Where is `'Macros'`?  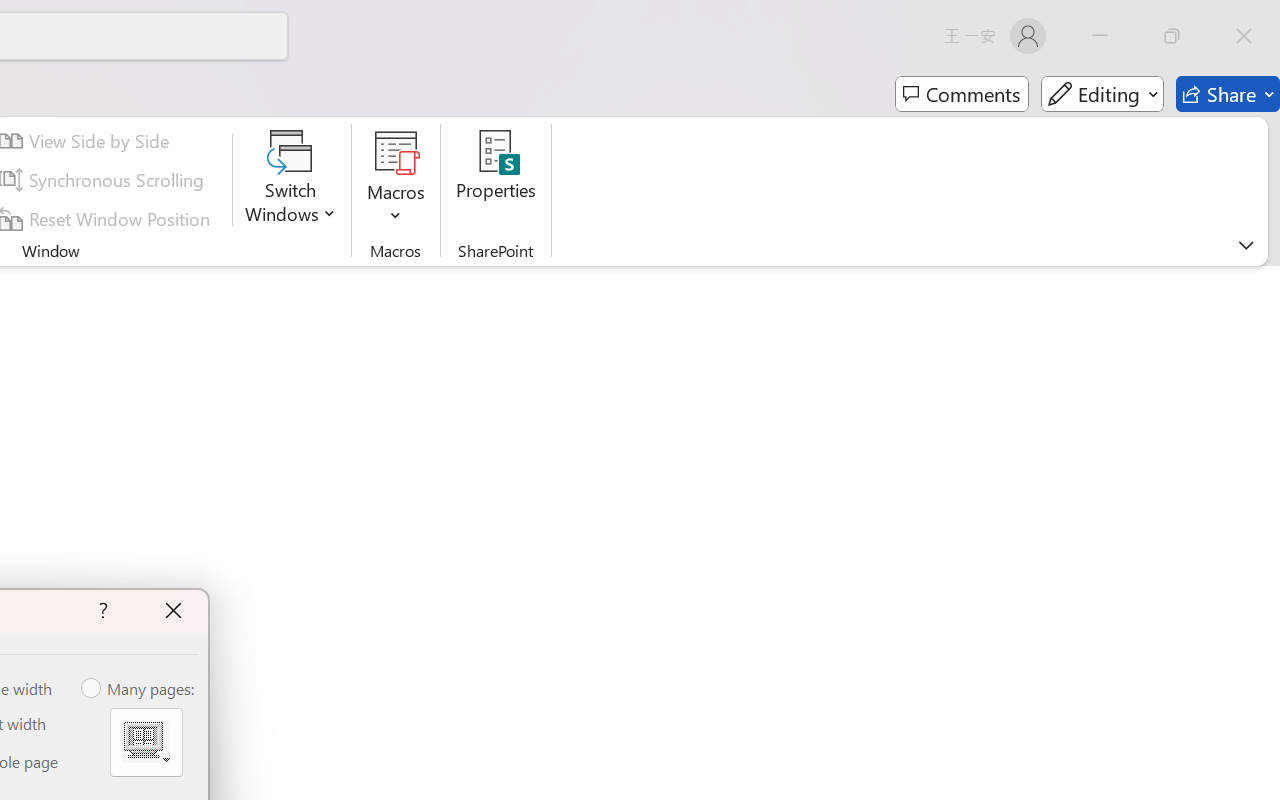
'Macros' is located at coordinates (396, 179).